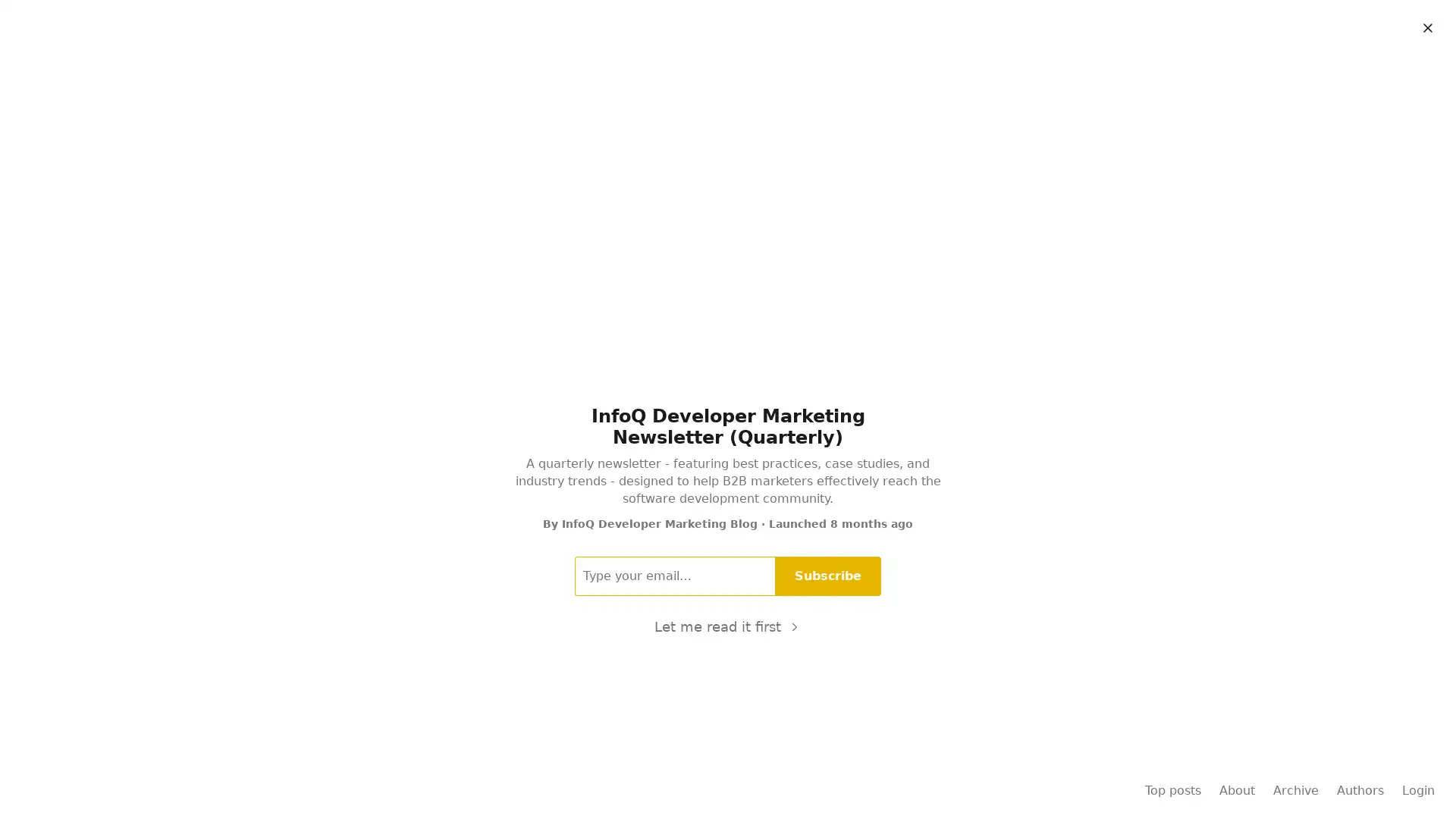 The image size is (1456, 819). What do you see at coordinates (1426, 28) in the screenshot?
I see `Close` at bounding box center [1426, 28].